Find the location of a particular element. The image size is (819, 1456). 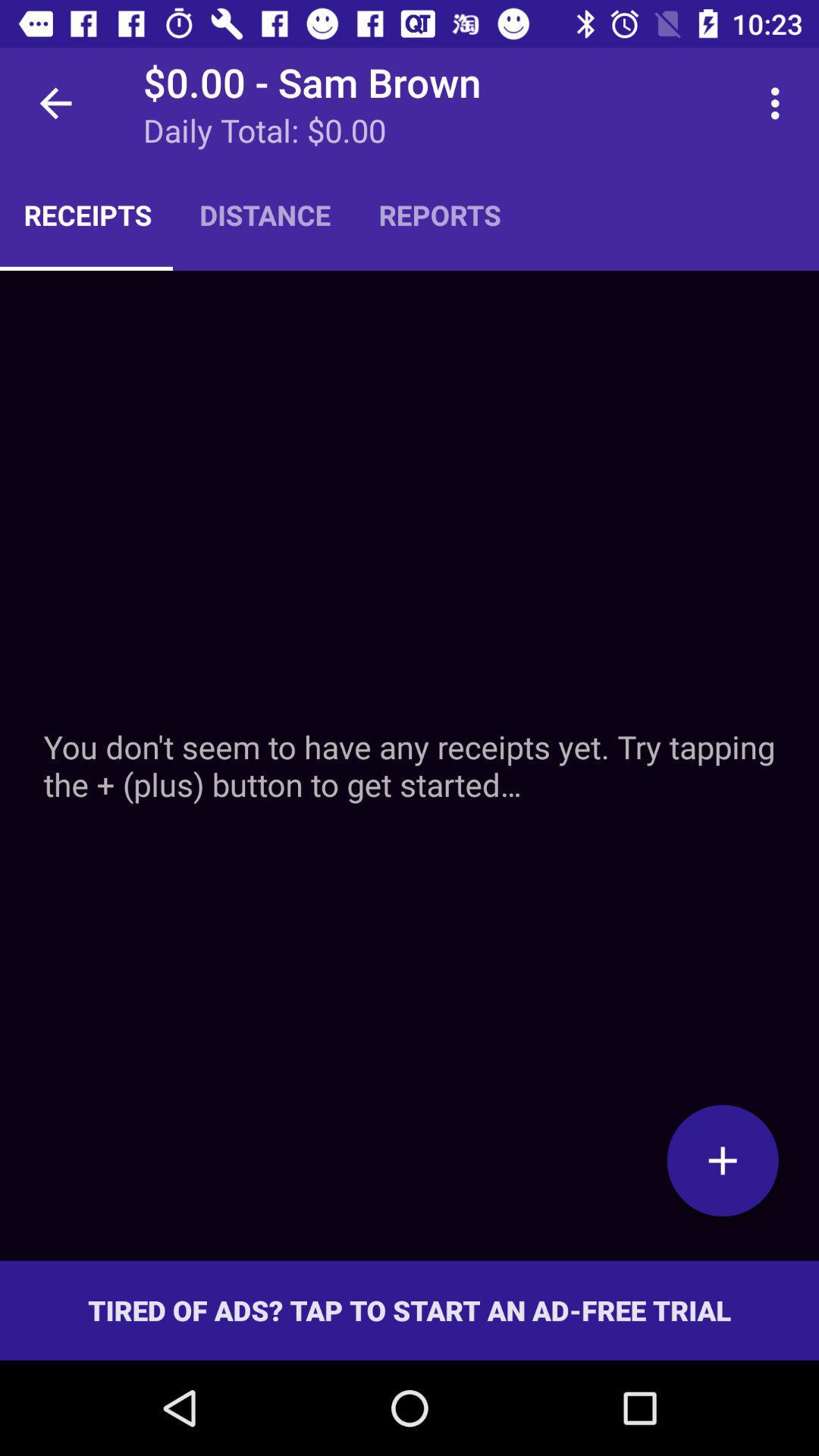

item to the left of the reports is located at coordinates (264, 214).